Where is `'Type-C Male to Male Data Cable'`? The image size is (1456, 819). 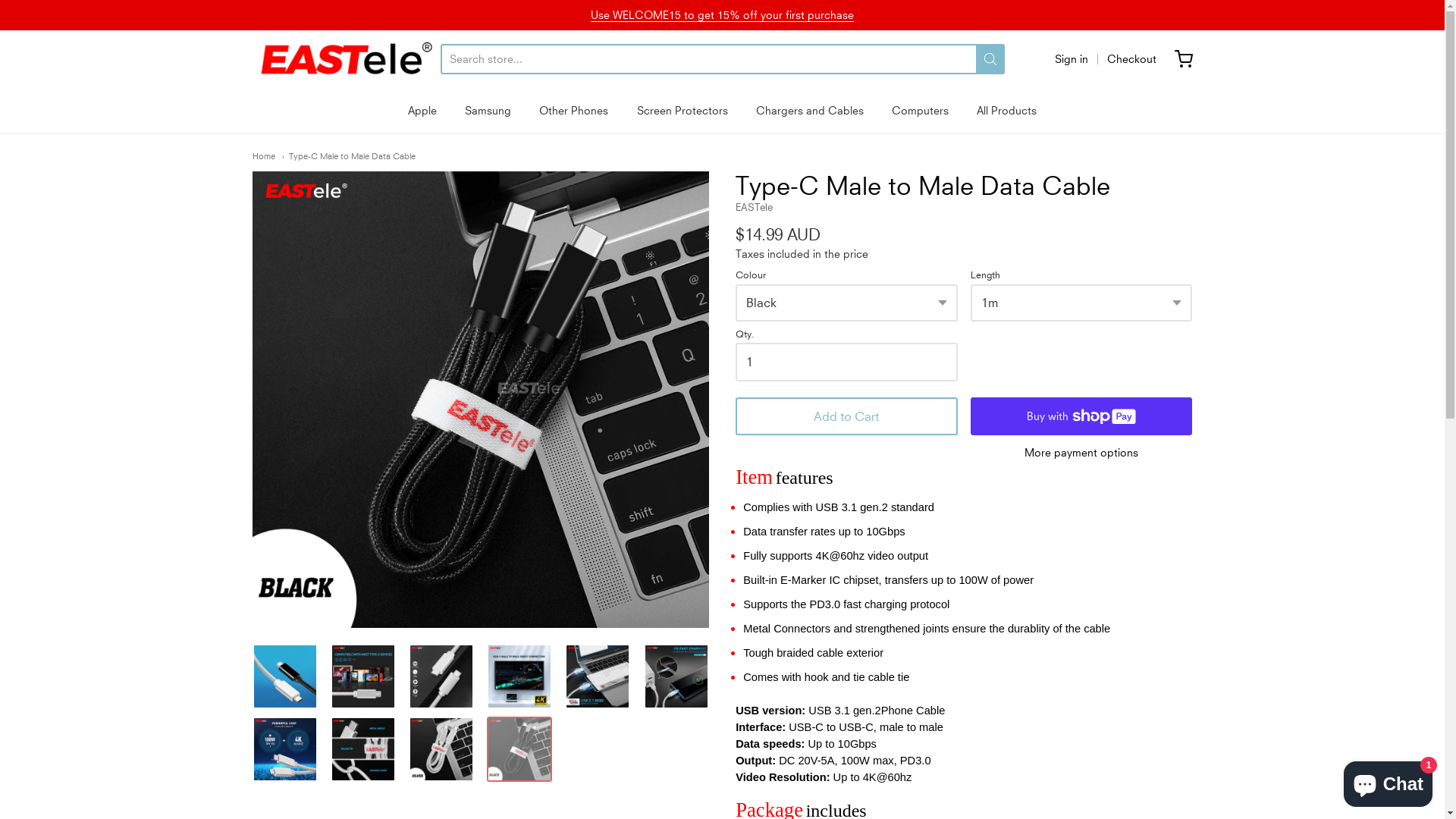
'Type-C Male to Male Data Cable' is located at coordinates (676, 675).